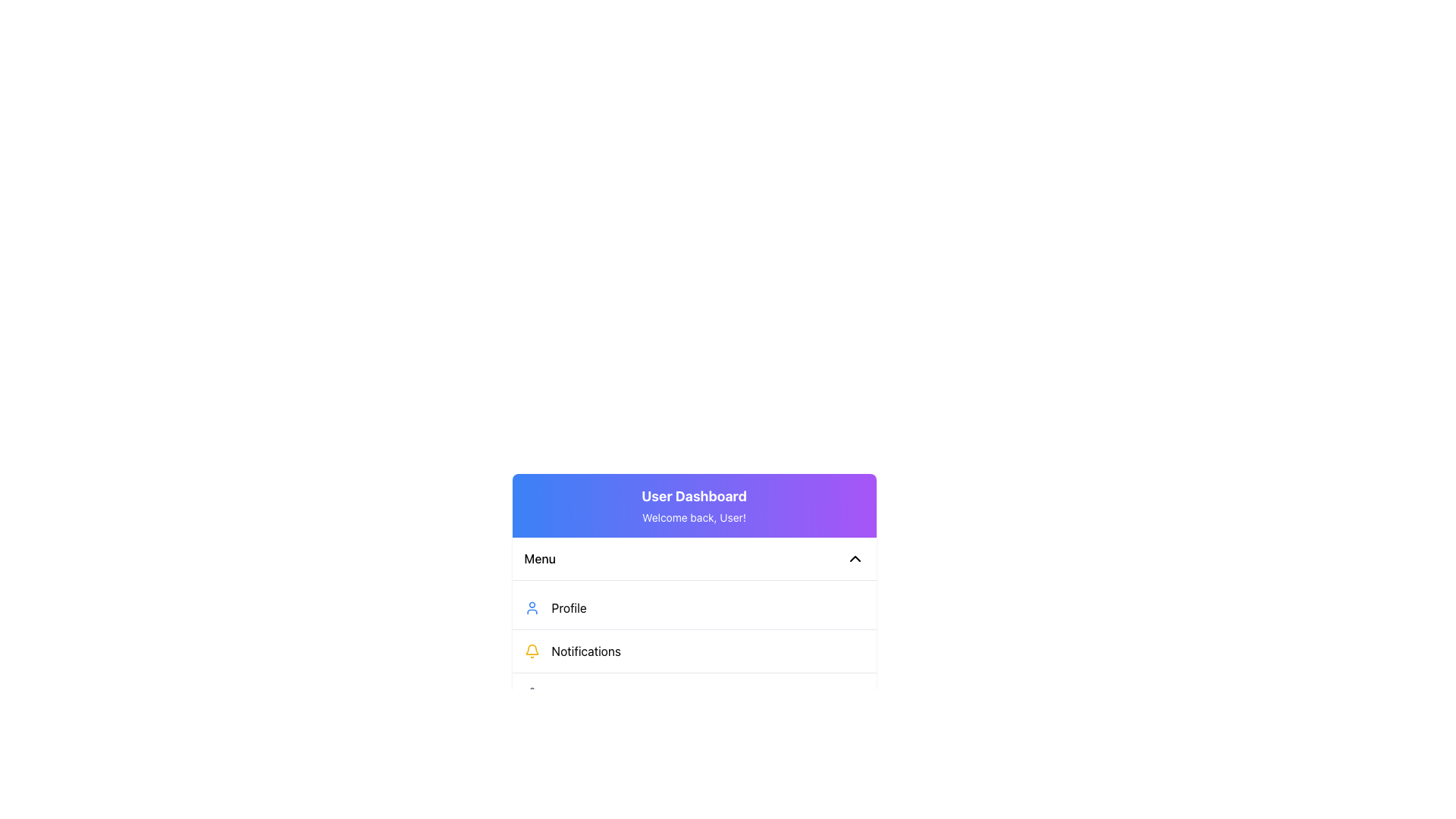 This screenshot has height=819, width=1456. I want to click on the third visible row in the menu list, so click(693, 694).